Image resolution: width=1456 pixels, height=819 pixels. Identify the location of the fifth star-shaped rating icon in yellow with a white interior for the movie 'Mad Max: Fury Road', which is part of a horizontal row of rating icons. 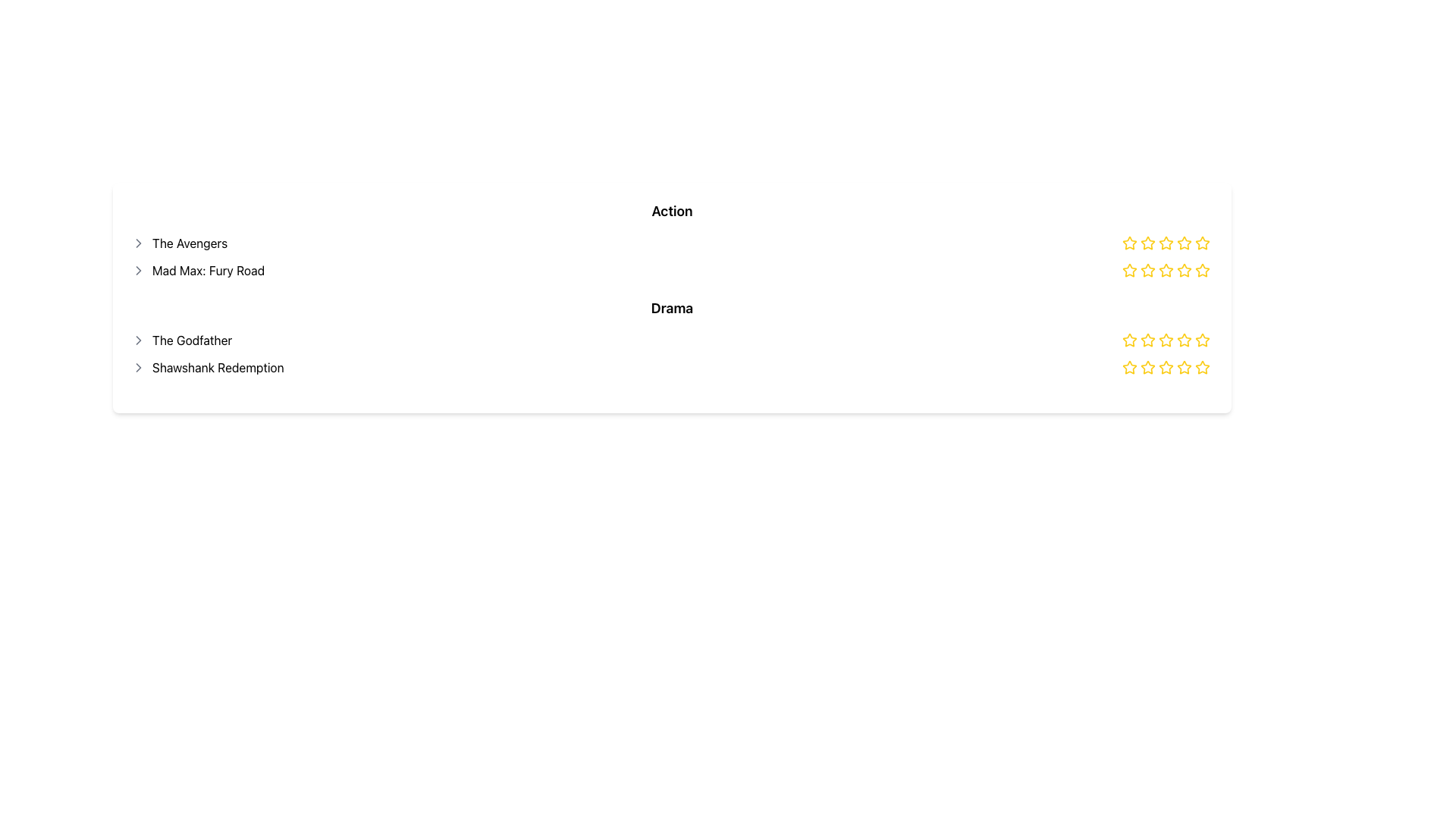
(1201, 269).